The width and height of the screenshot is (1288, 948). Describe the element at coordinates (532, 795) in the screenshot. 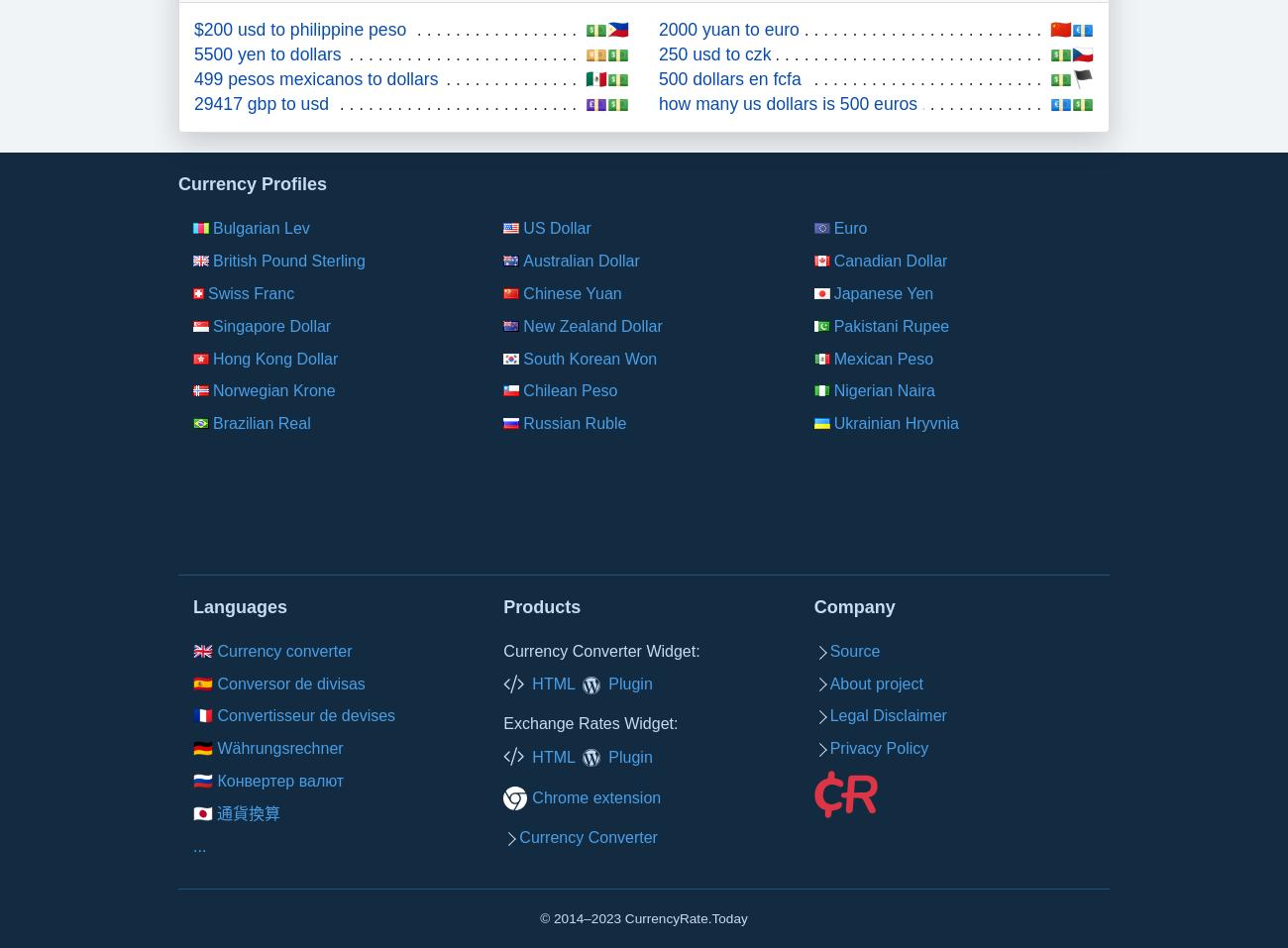

I see `'Chrome extension'` at that location.